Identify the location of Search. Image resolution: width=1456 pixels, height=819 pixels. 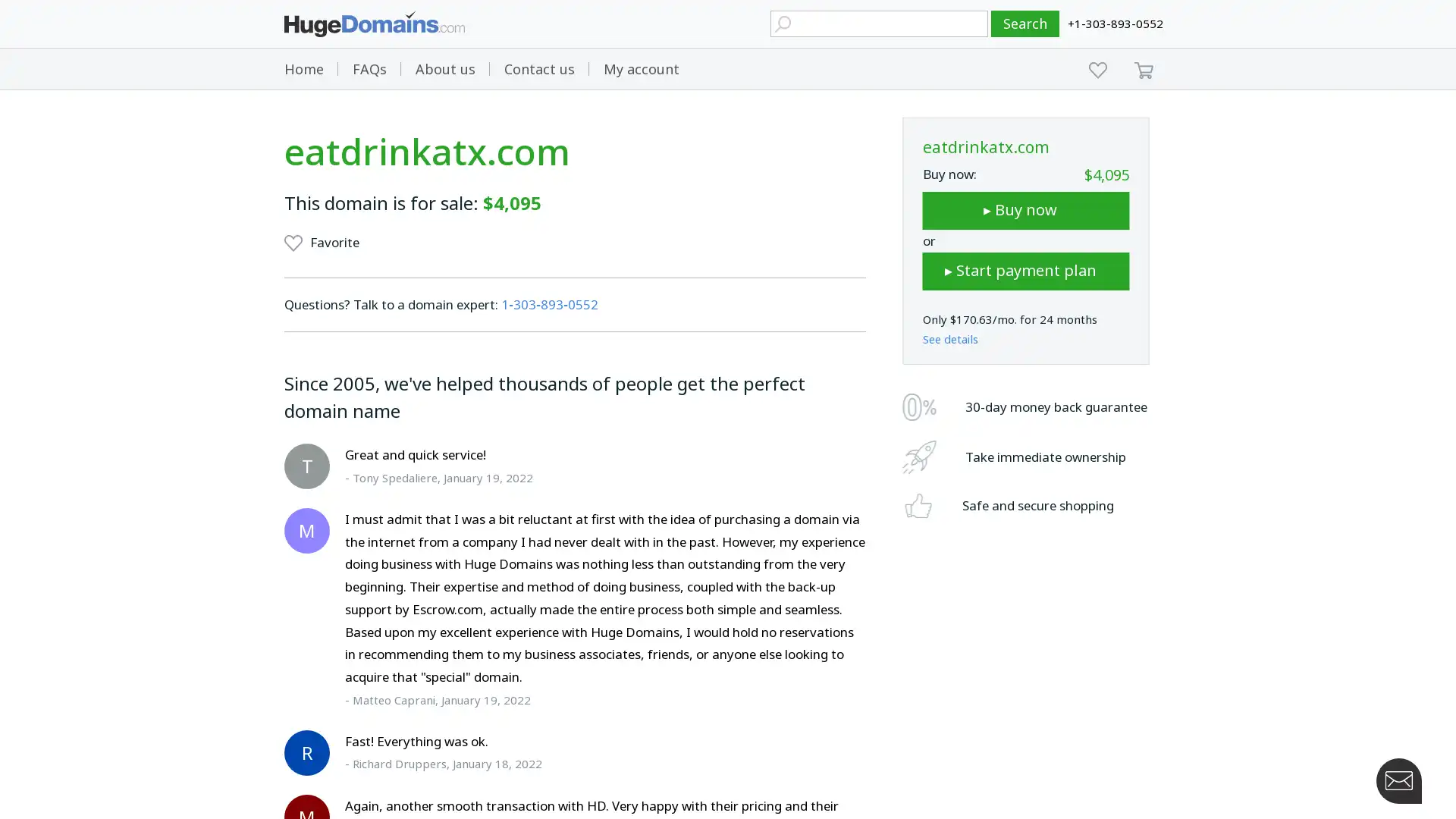
(1025, 24).